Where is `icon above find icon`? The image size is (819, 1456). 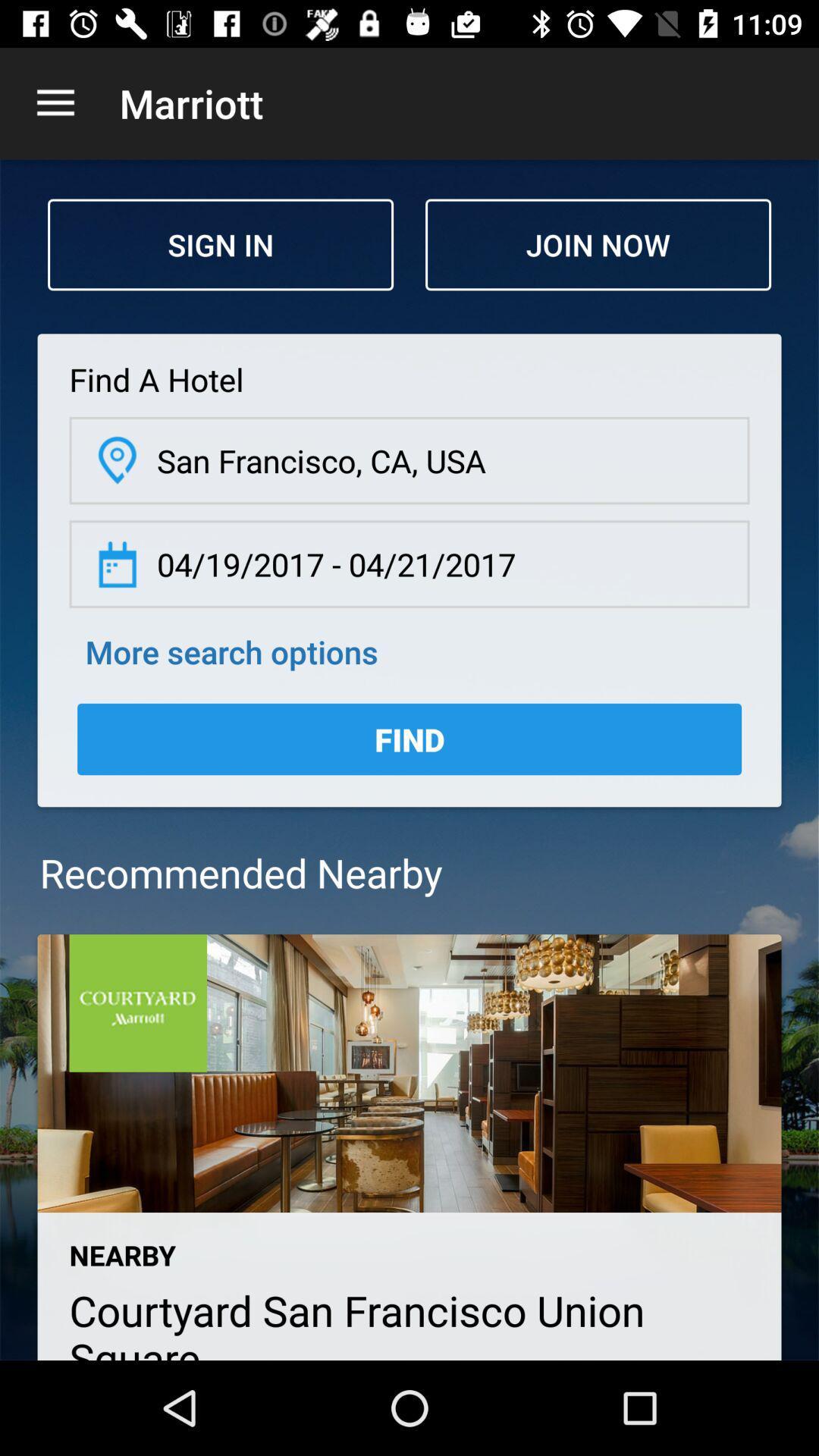
icon above find icon is located at coordinates (231, 651).